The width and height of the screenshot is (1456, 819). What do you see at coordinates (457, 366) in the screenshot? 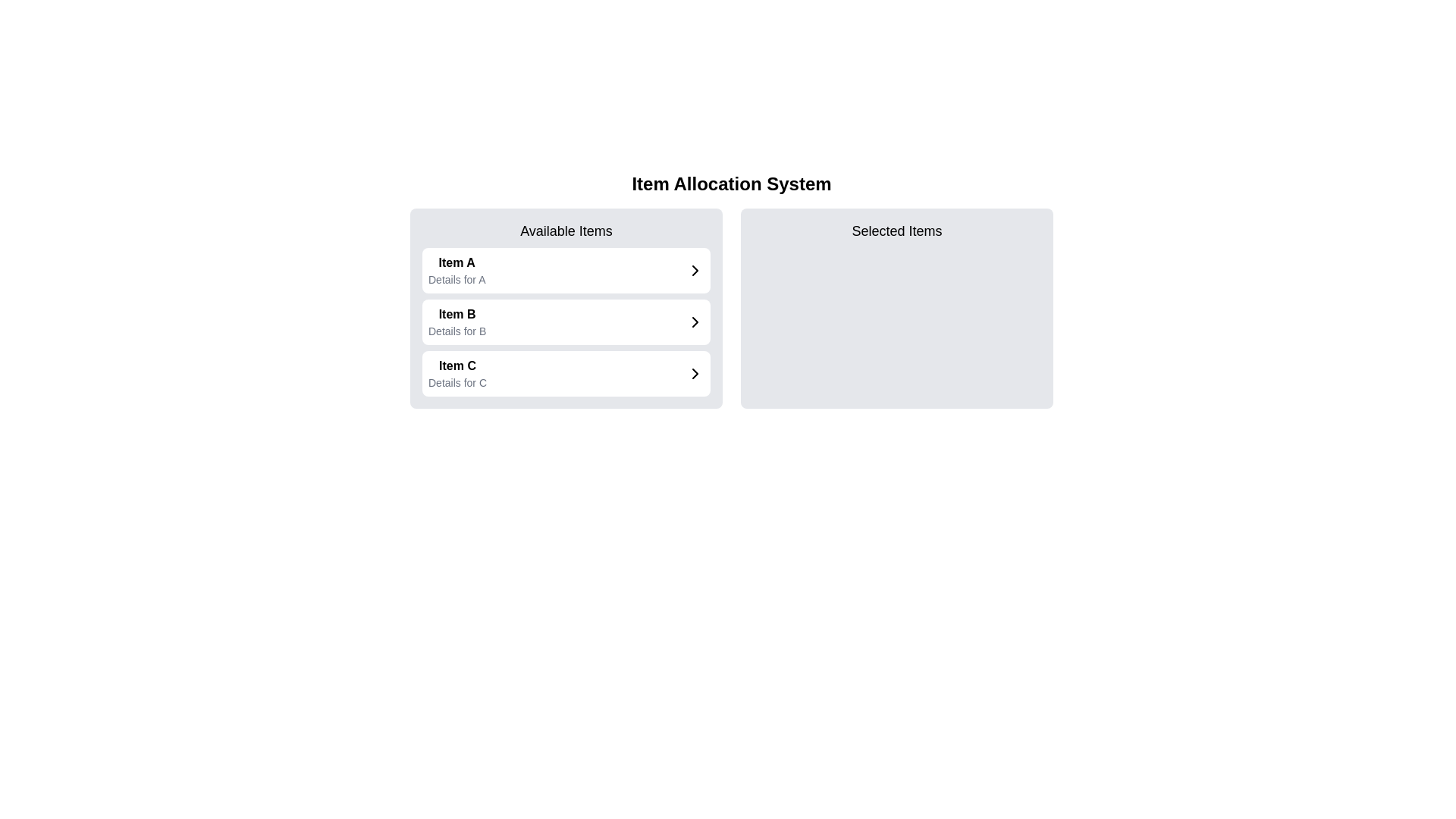
I see `label 'Item C' which serves as a title for identifying the relevant item in the list of available items` at bounding box center [457, 366].